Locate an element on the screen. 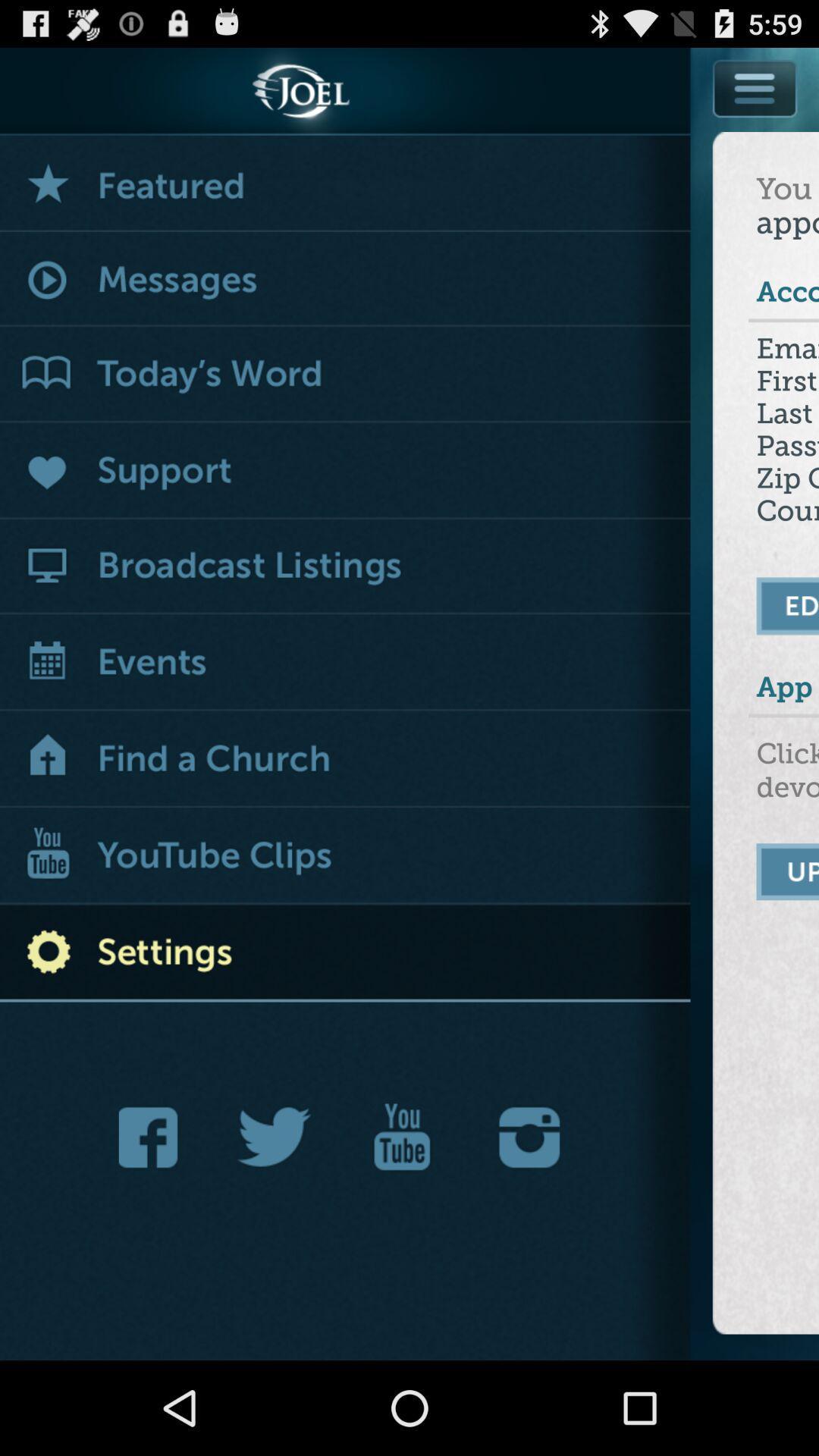 The width and height of the screenshot is (819, 1456). twitter is located at coordinates (275, 1137).